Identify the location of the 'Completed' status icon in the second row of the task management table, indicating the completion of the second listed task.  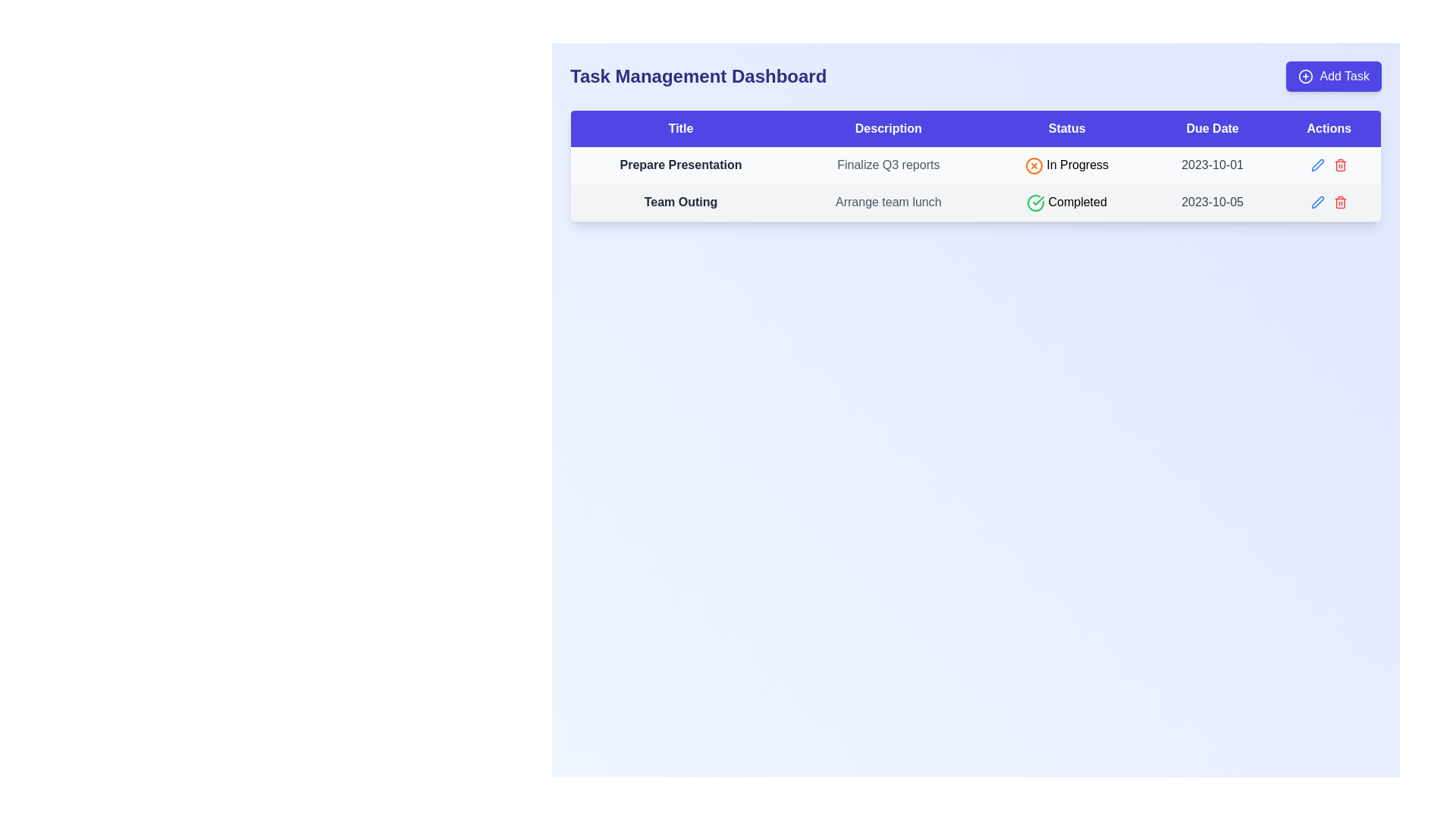
(1037, 199).